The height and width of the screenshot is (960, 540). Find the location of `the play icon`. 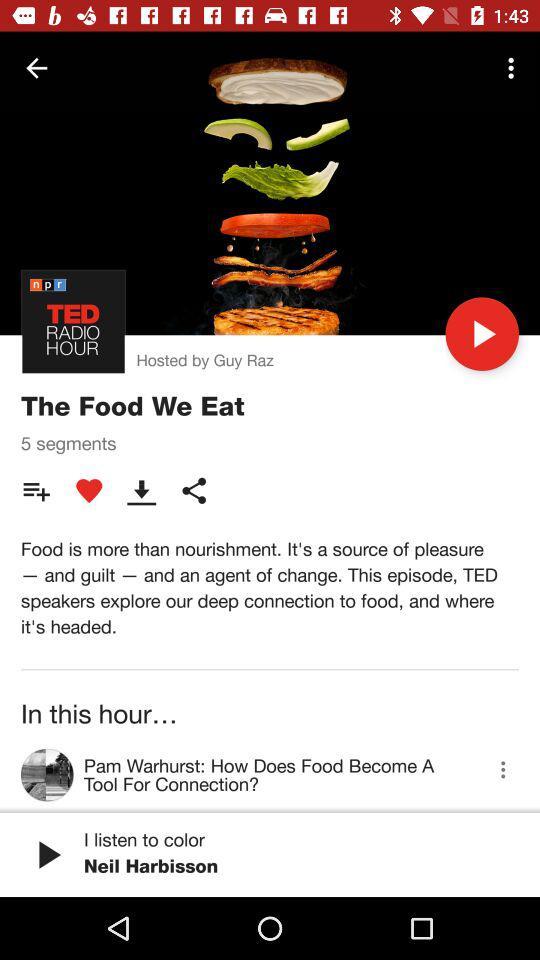

the play icon is located at coordinates (481, 334).